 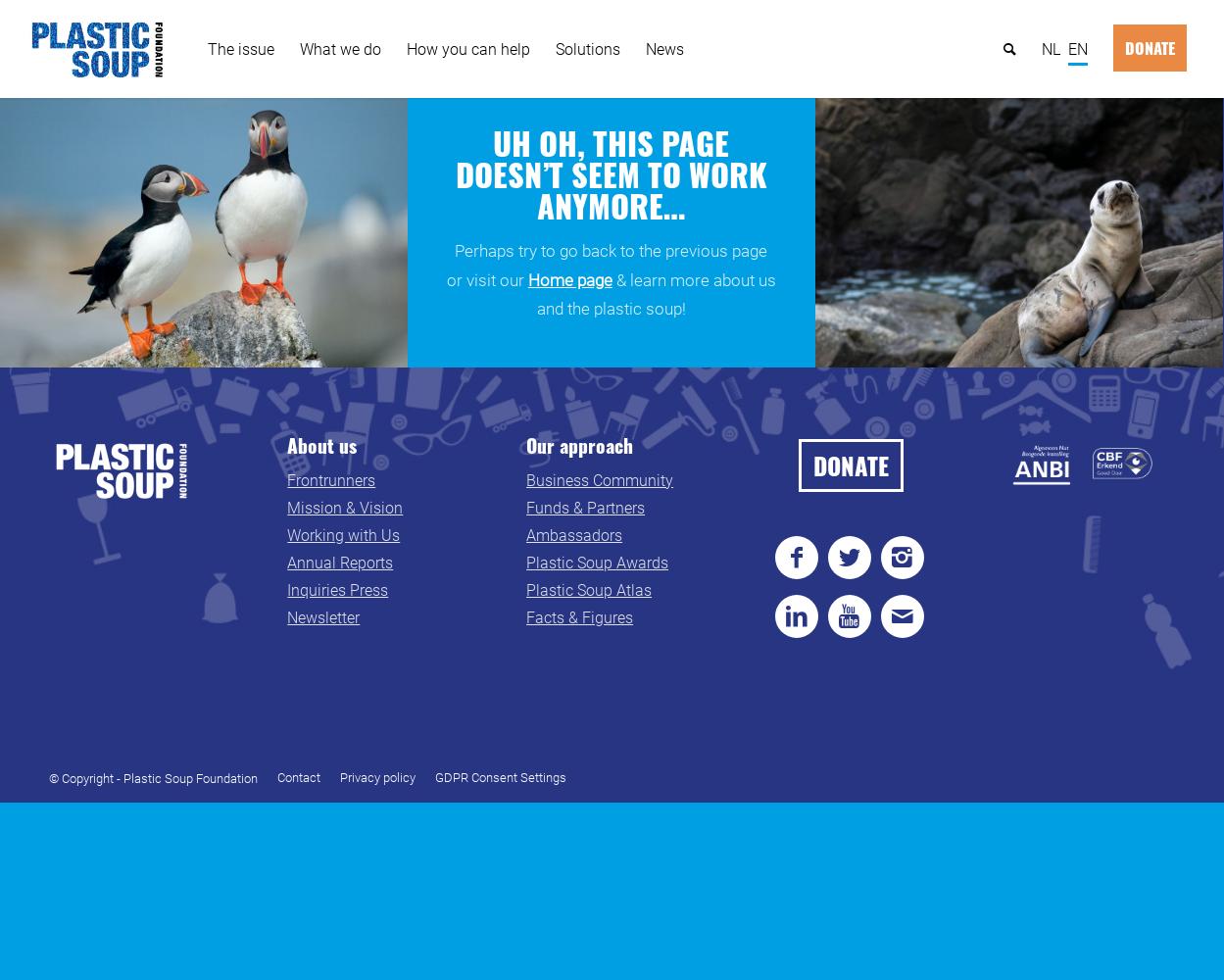 I want to click on 'How you can help', so click(x=467, y=48).